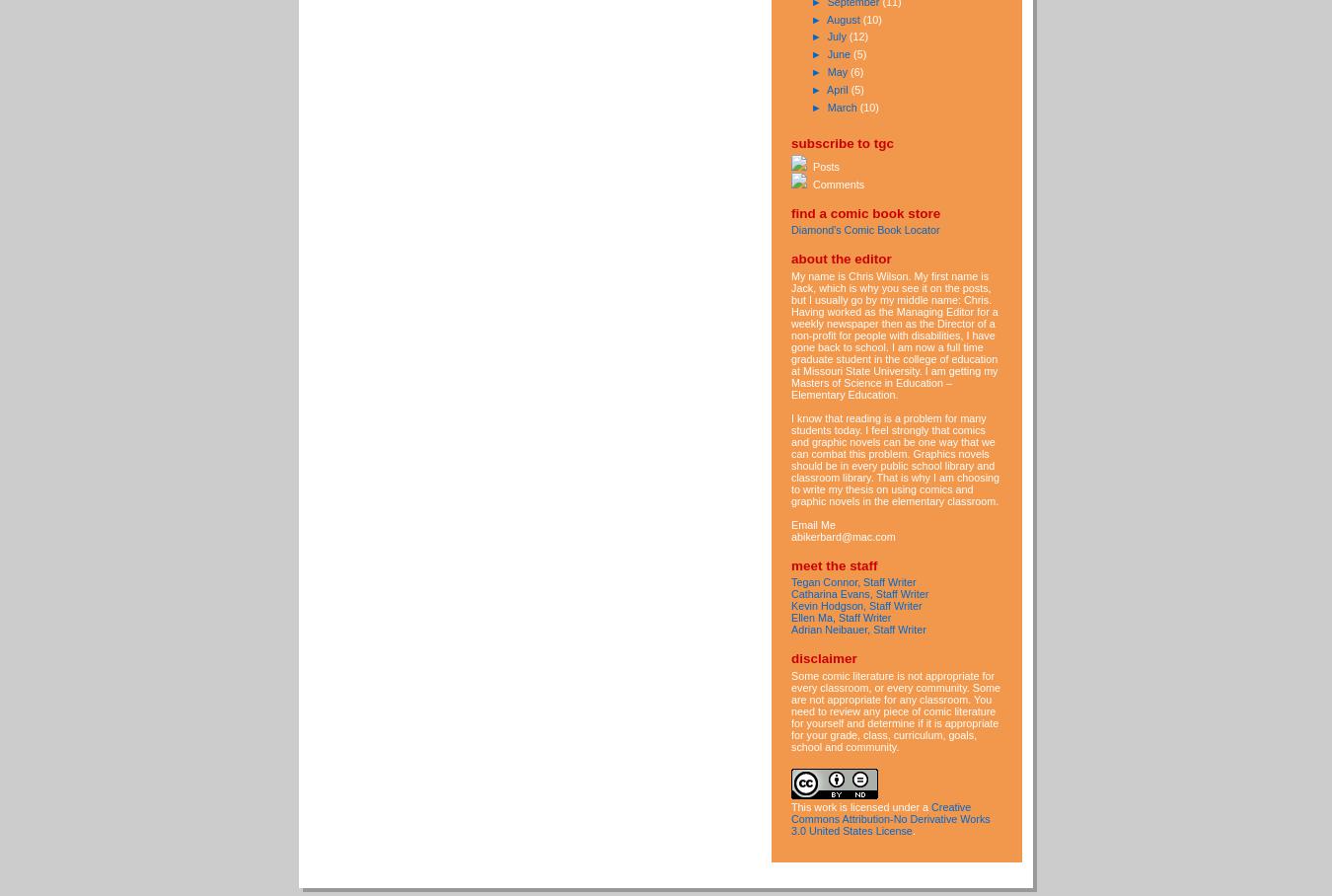 The image size is (1332, 896). What do you see at coordinates (856, 72) in the screenshot?
I see `'(6)'` at bounding box center [856, 72].